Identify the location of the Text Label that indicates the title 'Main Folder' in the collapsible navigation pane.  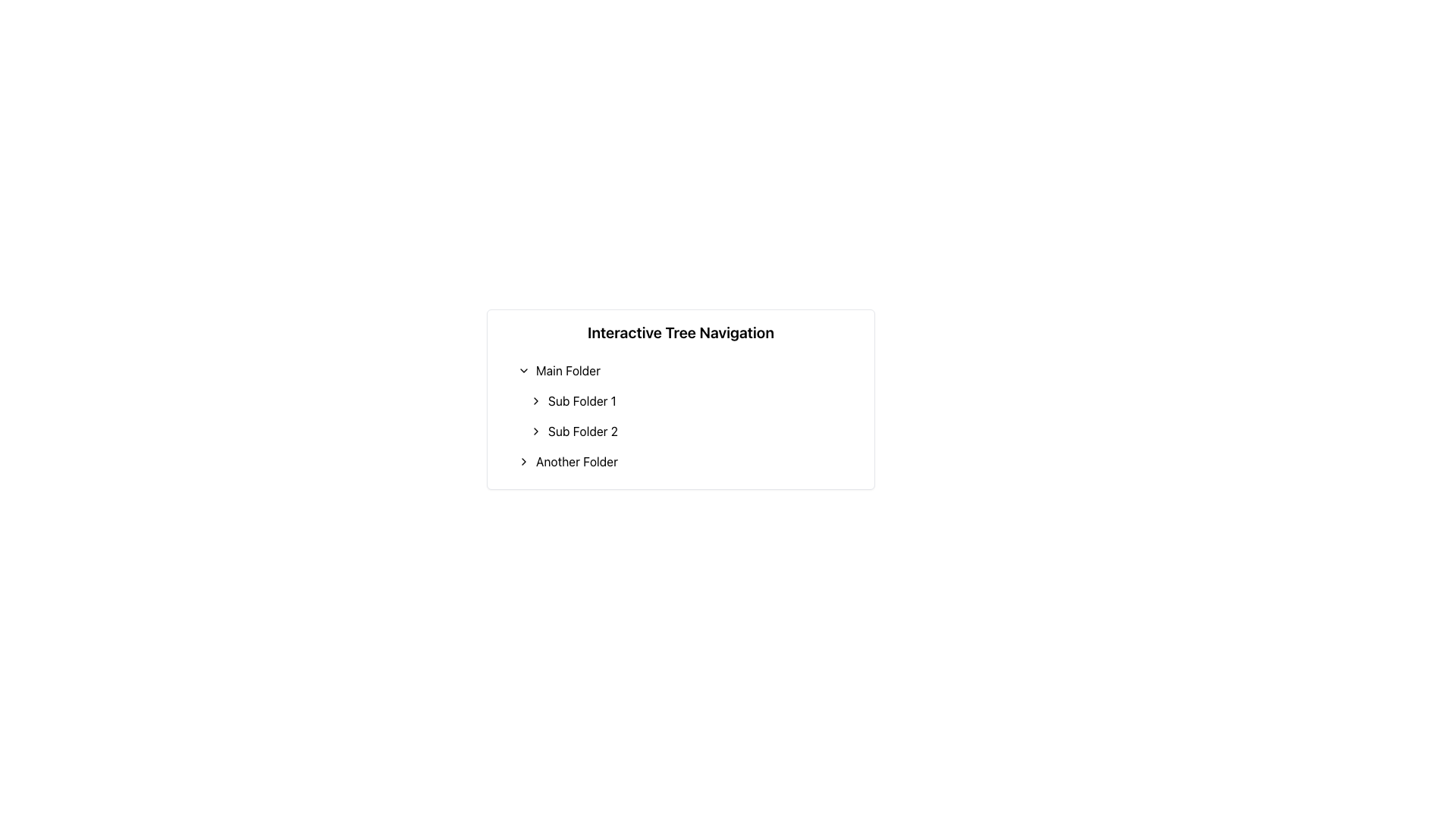
(567, 371).